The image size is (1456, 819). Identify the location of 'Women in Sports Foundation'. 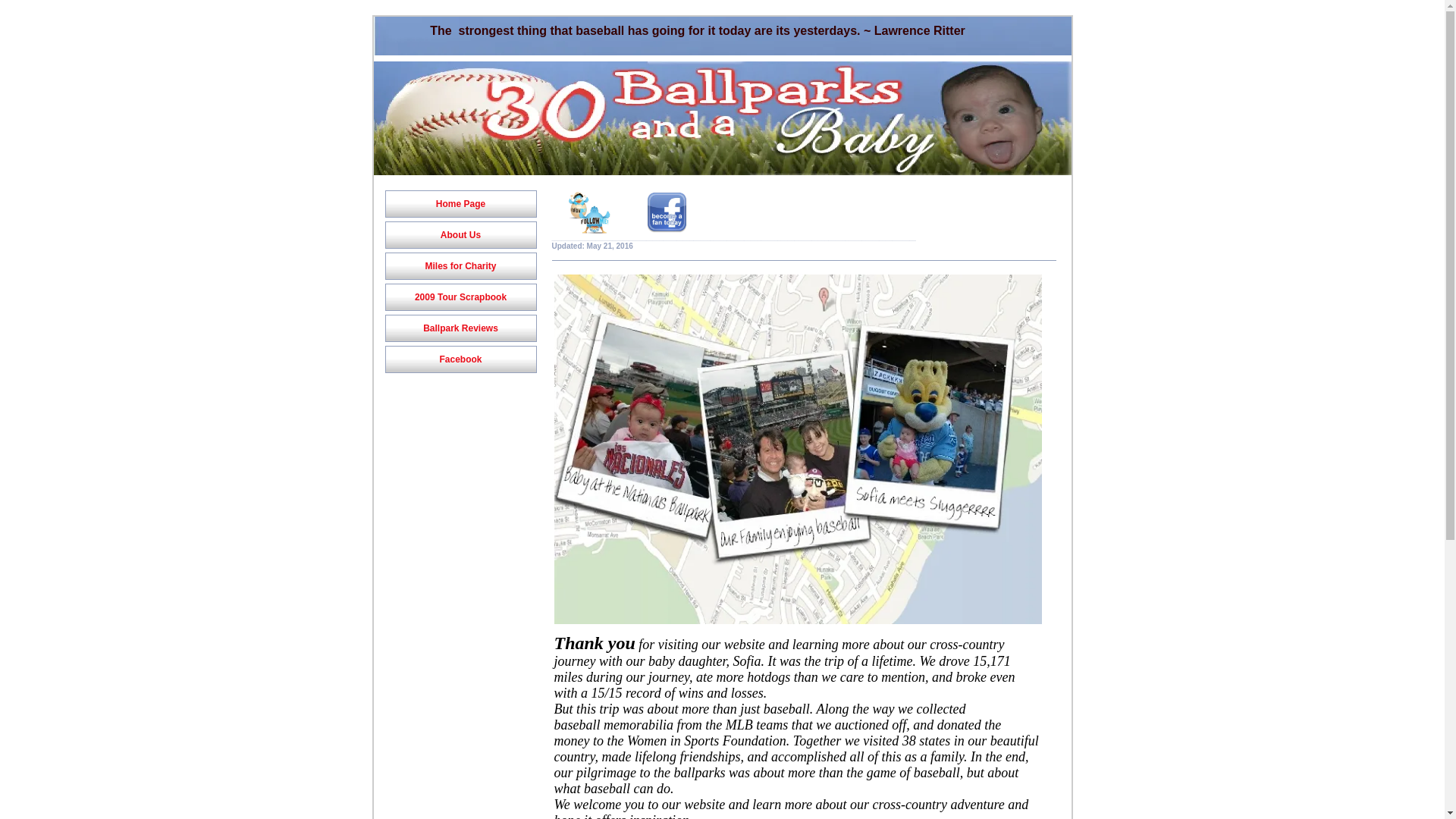
(626, 739).